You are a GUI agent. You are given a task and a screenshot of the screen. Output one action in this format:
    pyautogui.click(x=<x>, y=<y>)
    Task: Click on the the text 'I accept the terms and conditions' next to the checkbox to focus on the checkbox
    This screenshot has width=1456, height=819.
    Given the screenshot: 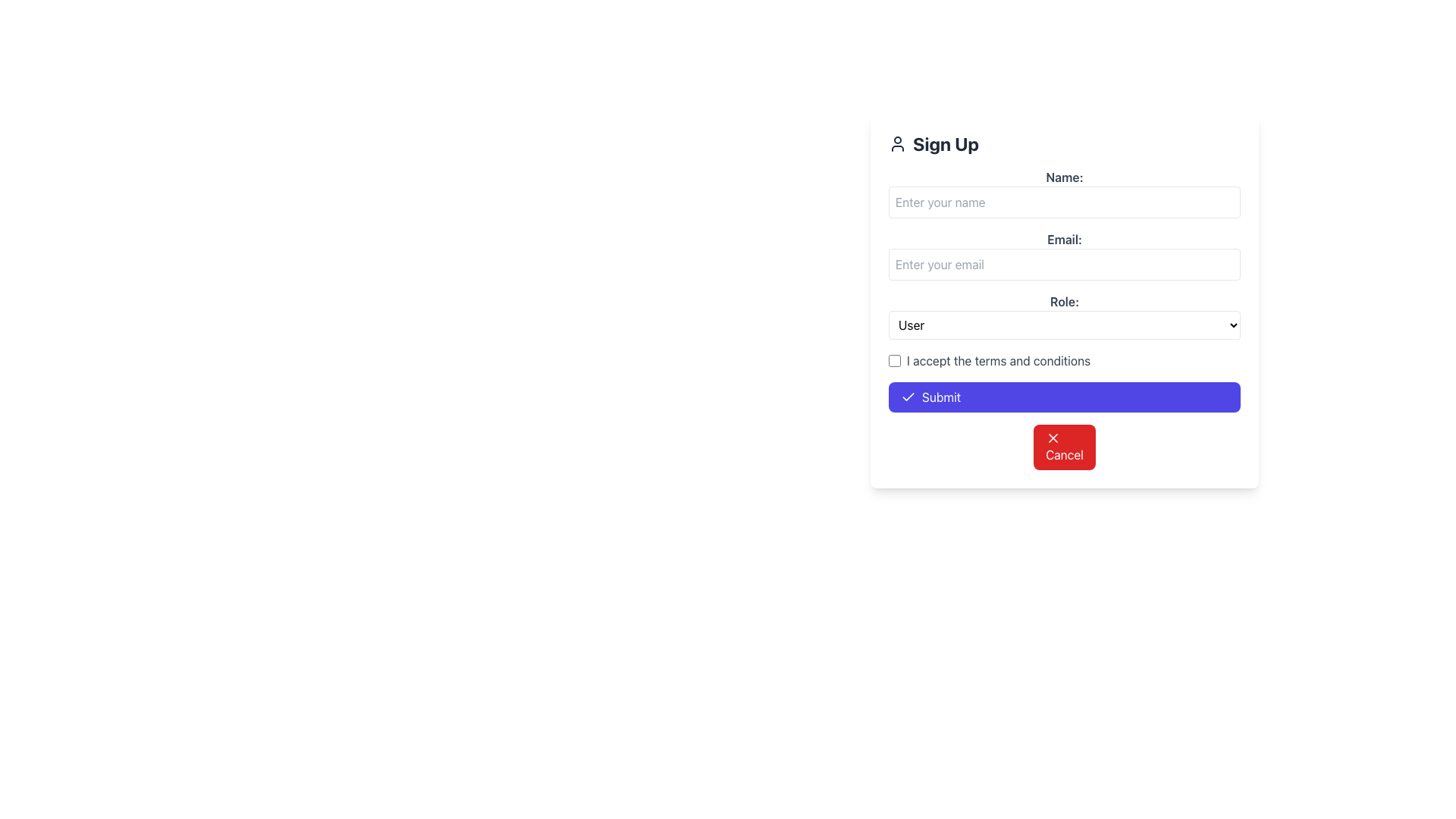 What is the action you would take?
    pyautogui.click(x=1063, y=360)
    